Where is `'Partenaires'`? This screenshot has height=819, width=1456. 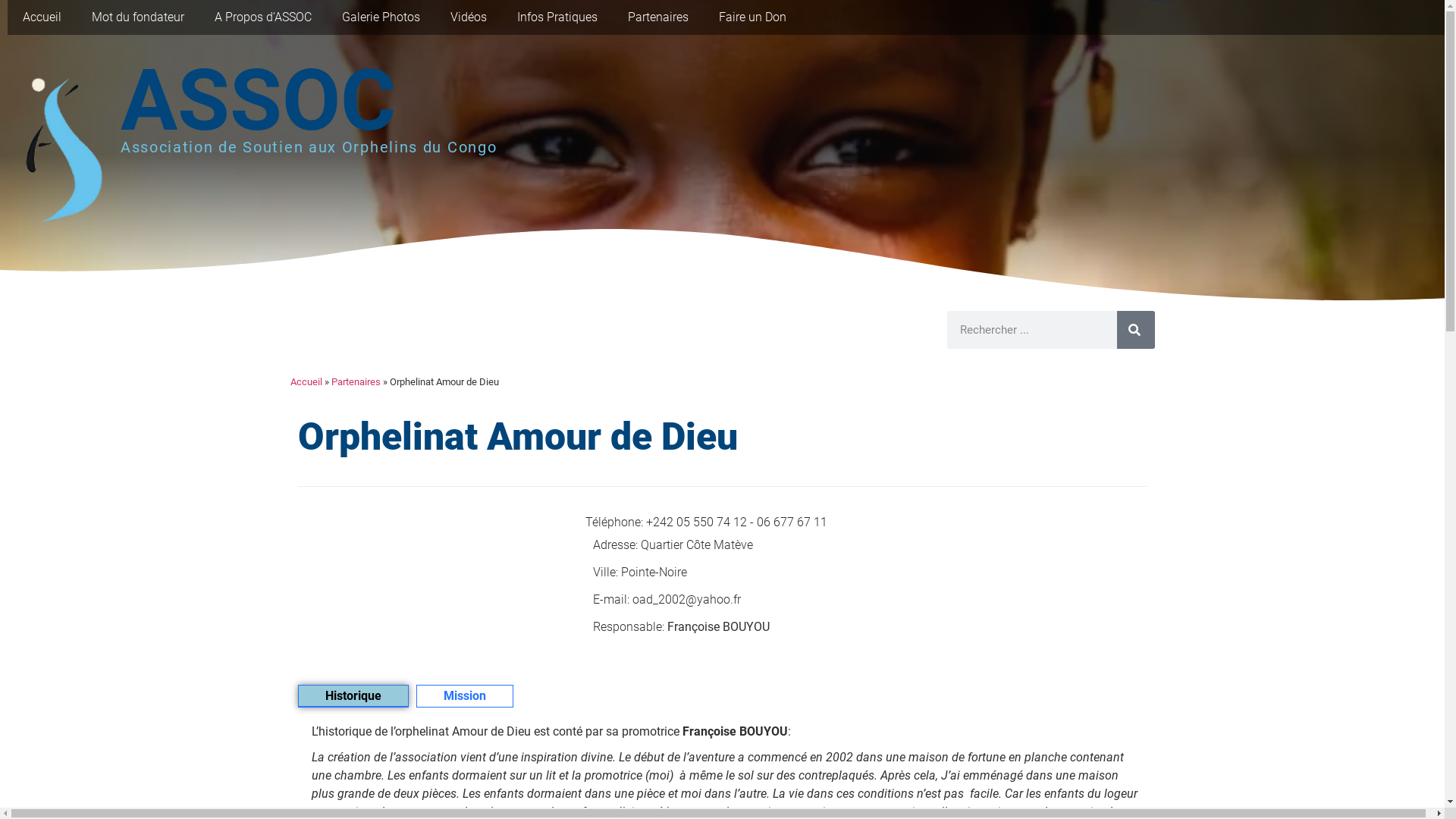
'Partenaires' is located at coordinates (354, 381).